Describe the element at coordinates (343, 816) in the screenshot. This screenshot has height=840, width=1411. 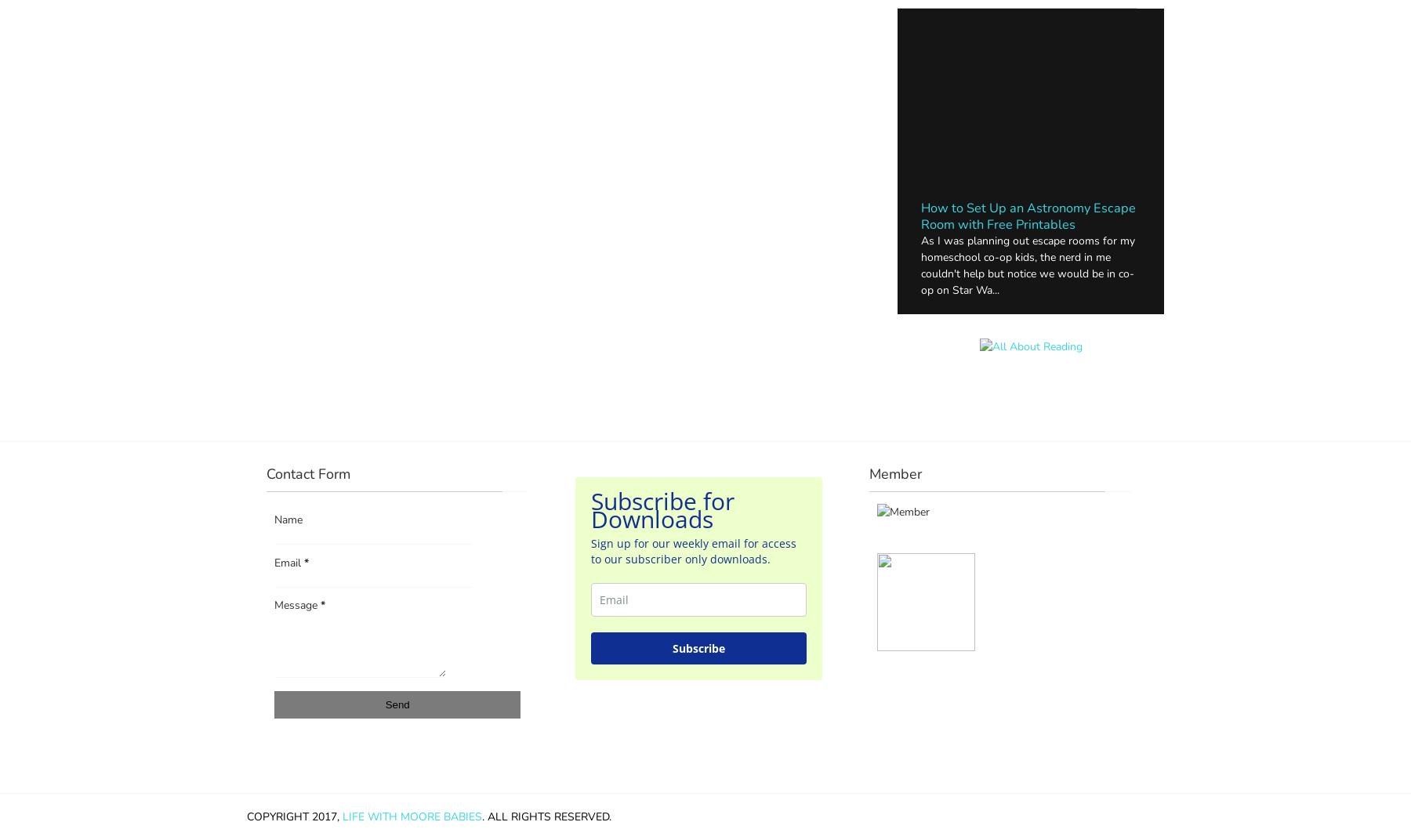
I see `'Life with Moore Babies'` at that location.